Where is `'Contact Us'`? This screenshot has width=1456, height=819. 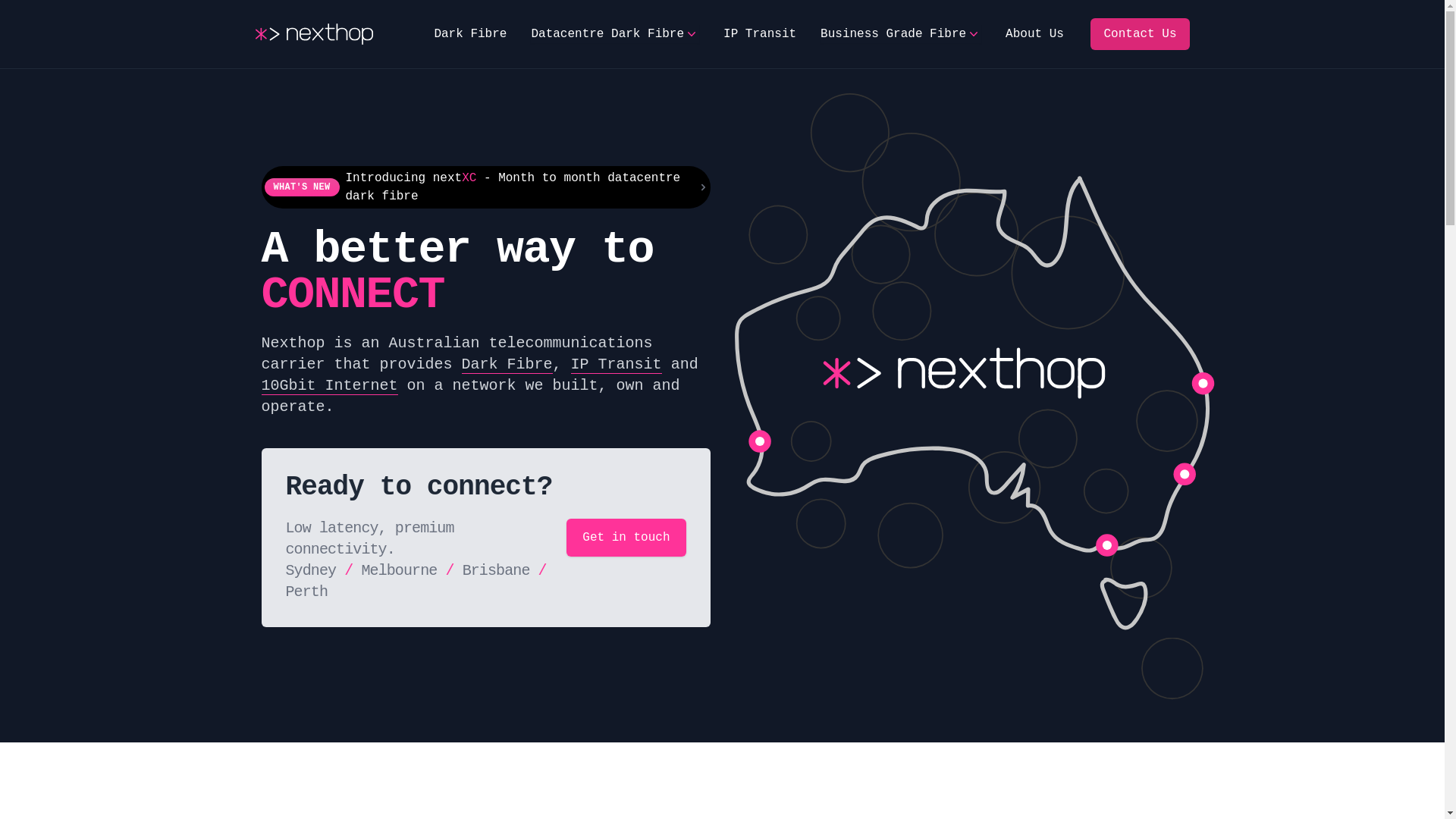 'Contact Us' is located at coordinates (1139, 34).